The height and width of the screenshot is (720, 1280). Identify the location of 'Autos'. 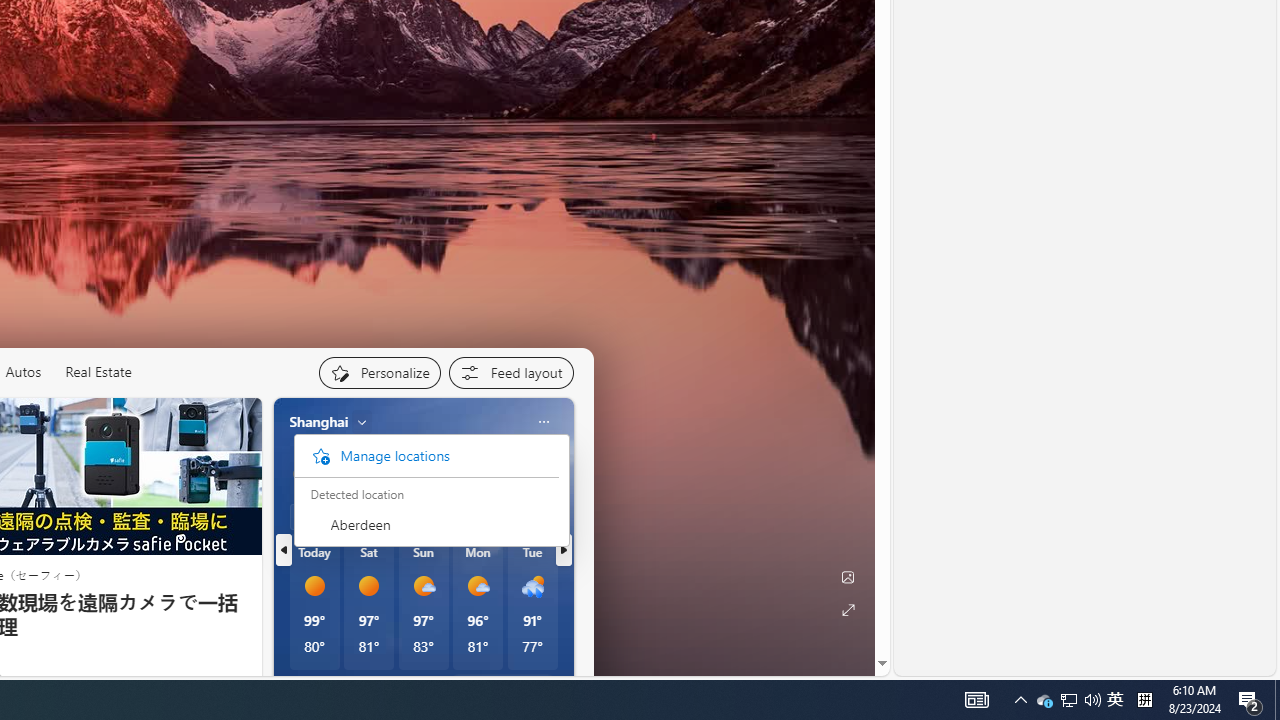
(23, 371).